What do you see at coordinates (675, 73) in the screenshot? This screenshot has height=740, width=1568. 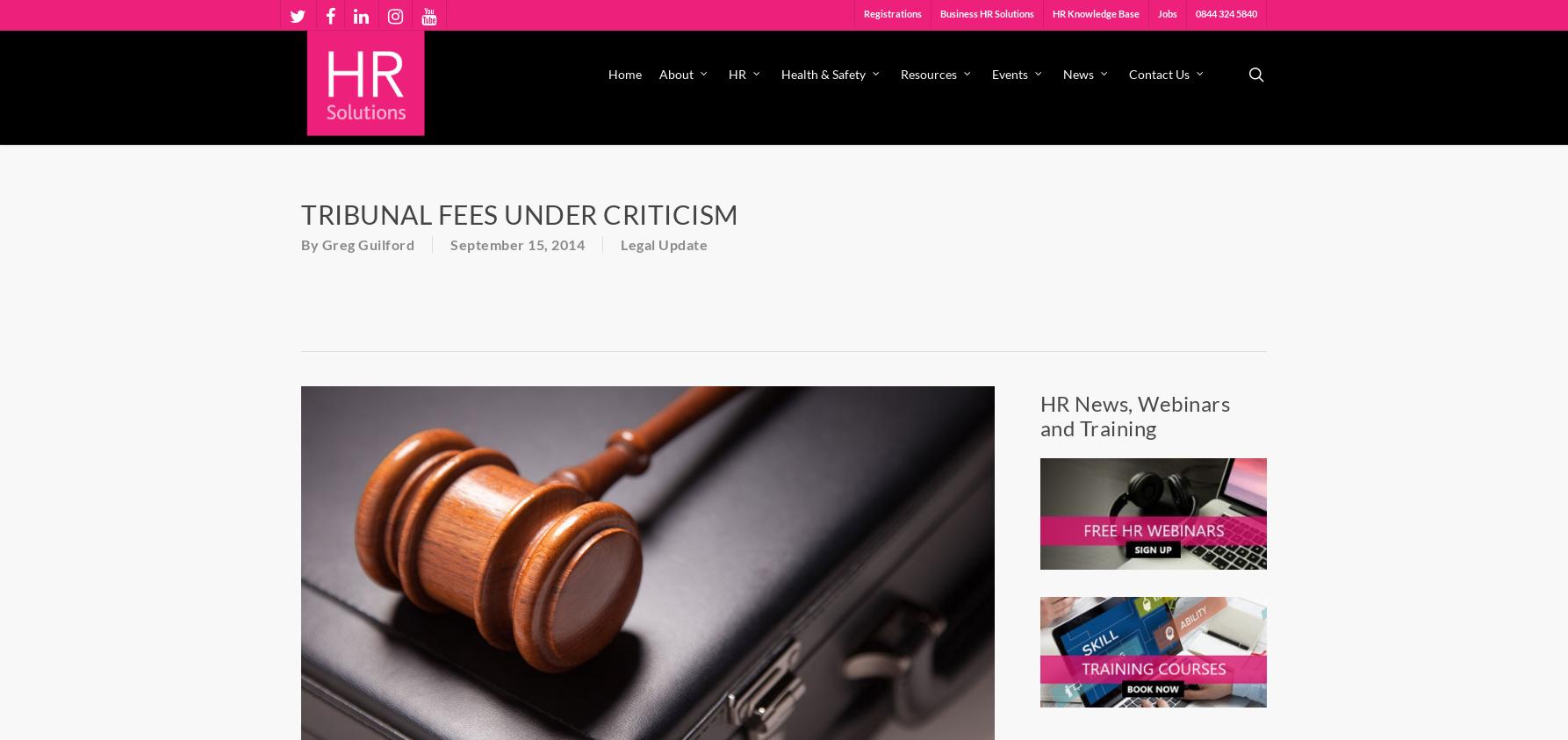 I see `'About'` at bounding box center [675, 73].